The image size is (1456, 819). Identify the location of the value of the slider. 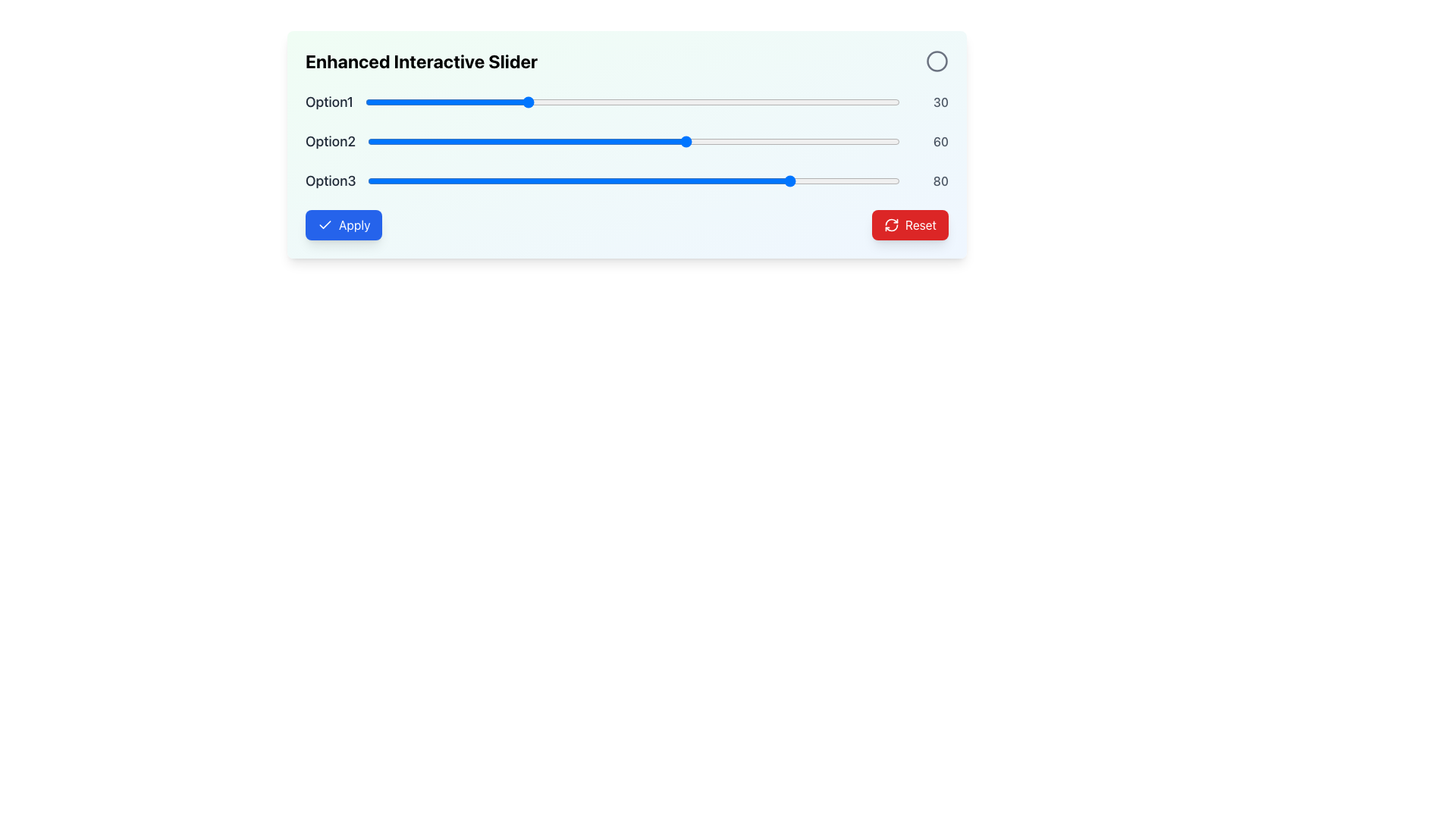
(482, 102).